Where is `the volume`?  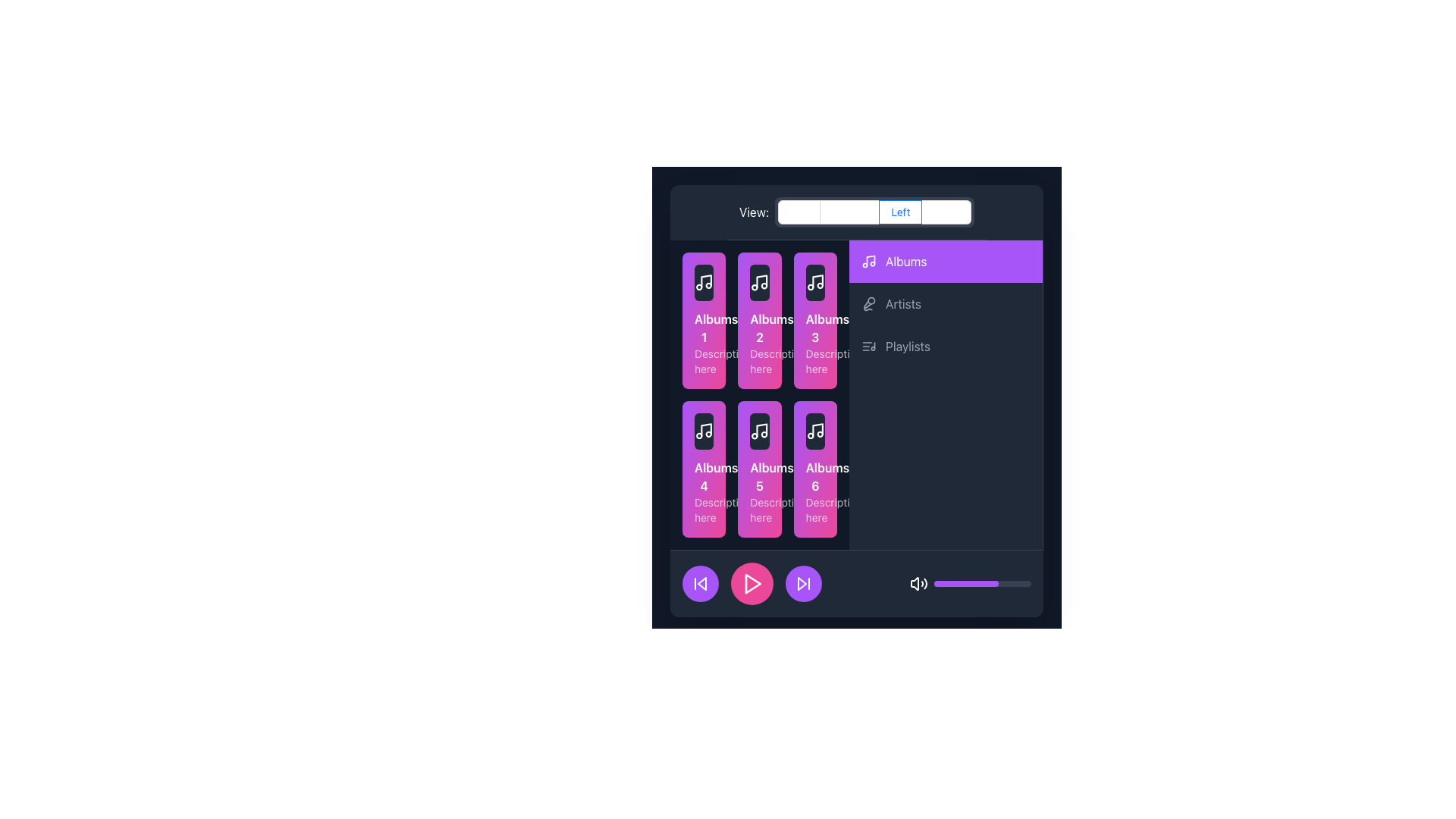
the volume is located at coordinates (965, 583).